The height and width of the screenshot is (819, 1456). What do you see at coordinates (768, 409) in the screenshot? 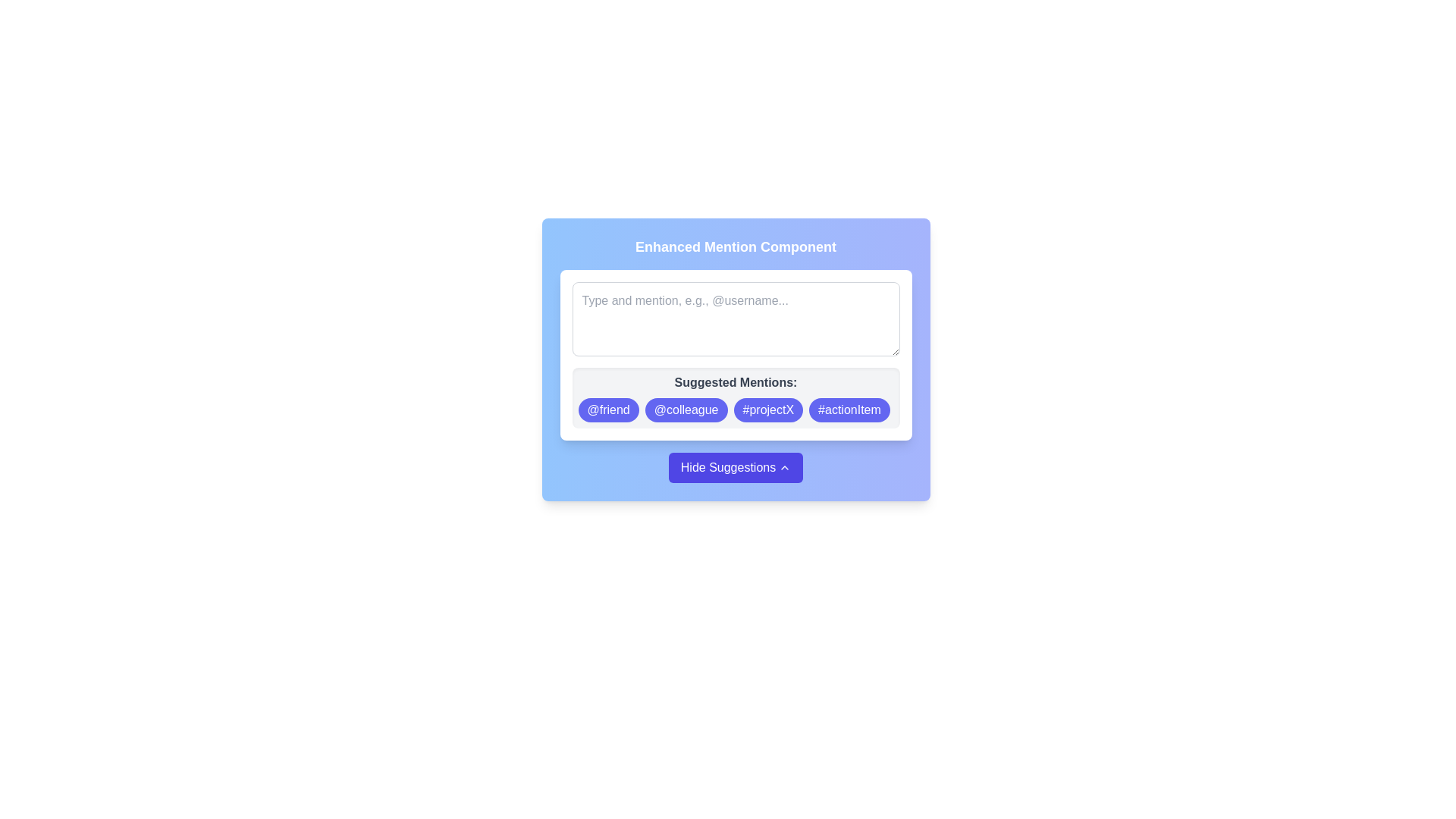
I see `the 'Project X' tag located between '@colleague' and '#actionItem' in the 'Suggested Mentions' section` at bounding box center [768, 409].